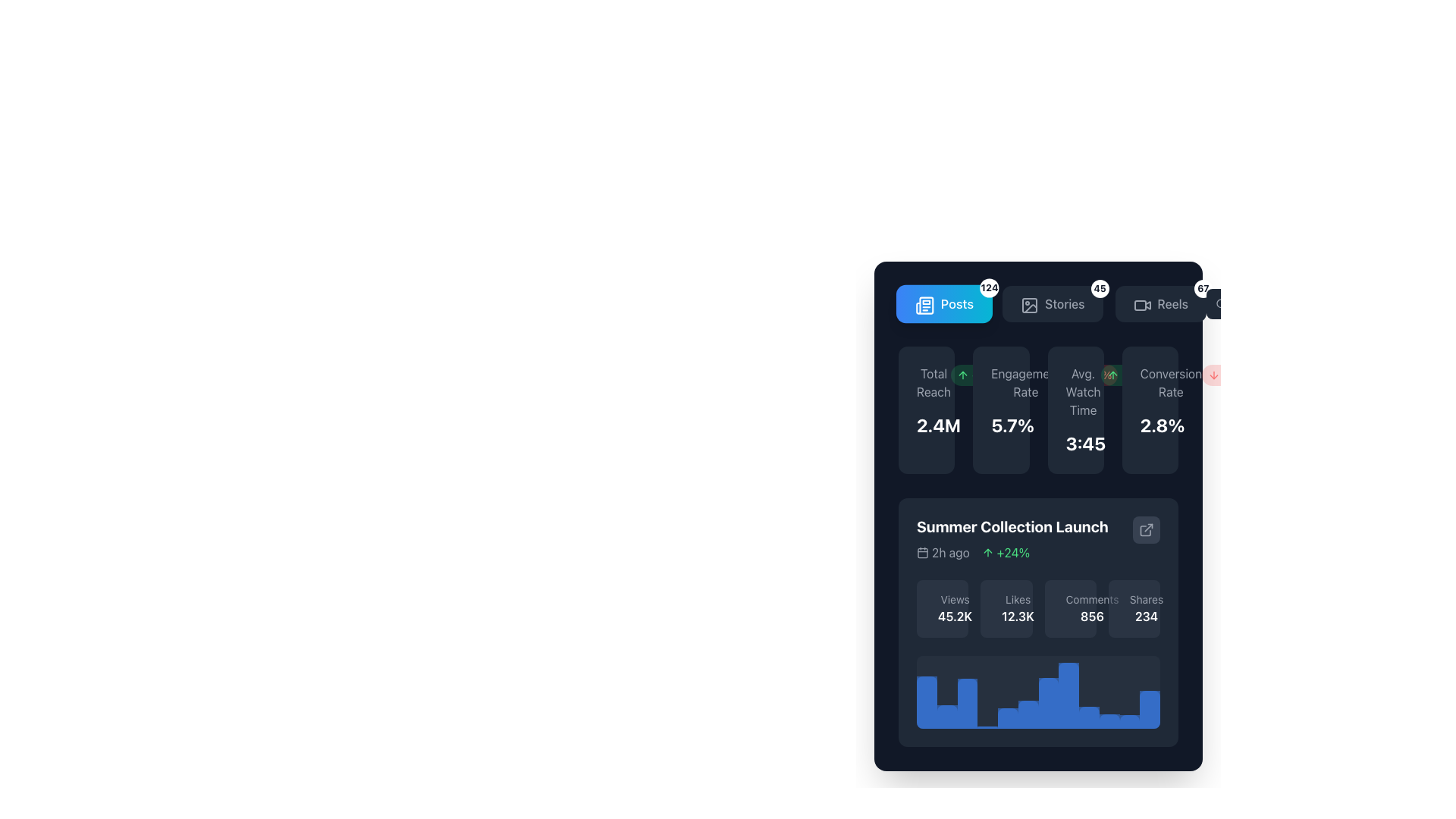  What do you see at coordinates (1013, 553) in the screenshot?
I see `the text display that shows the growth or improvement percentage, located to the right of the upward arrow icon within the 'Summer Collection Launch' card` at bounding box center [1013, 553].